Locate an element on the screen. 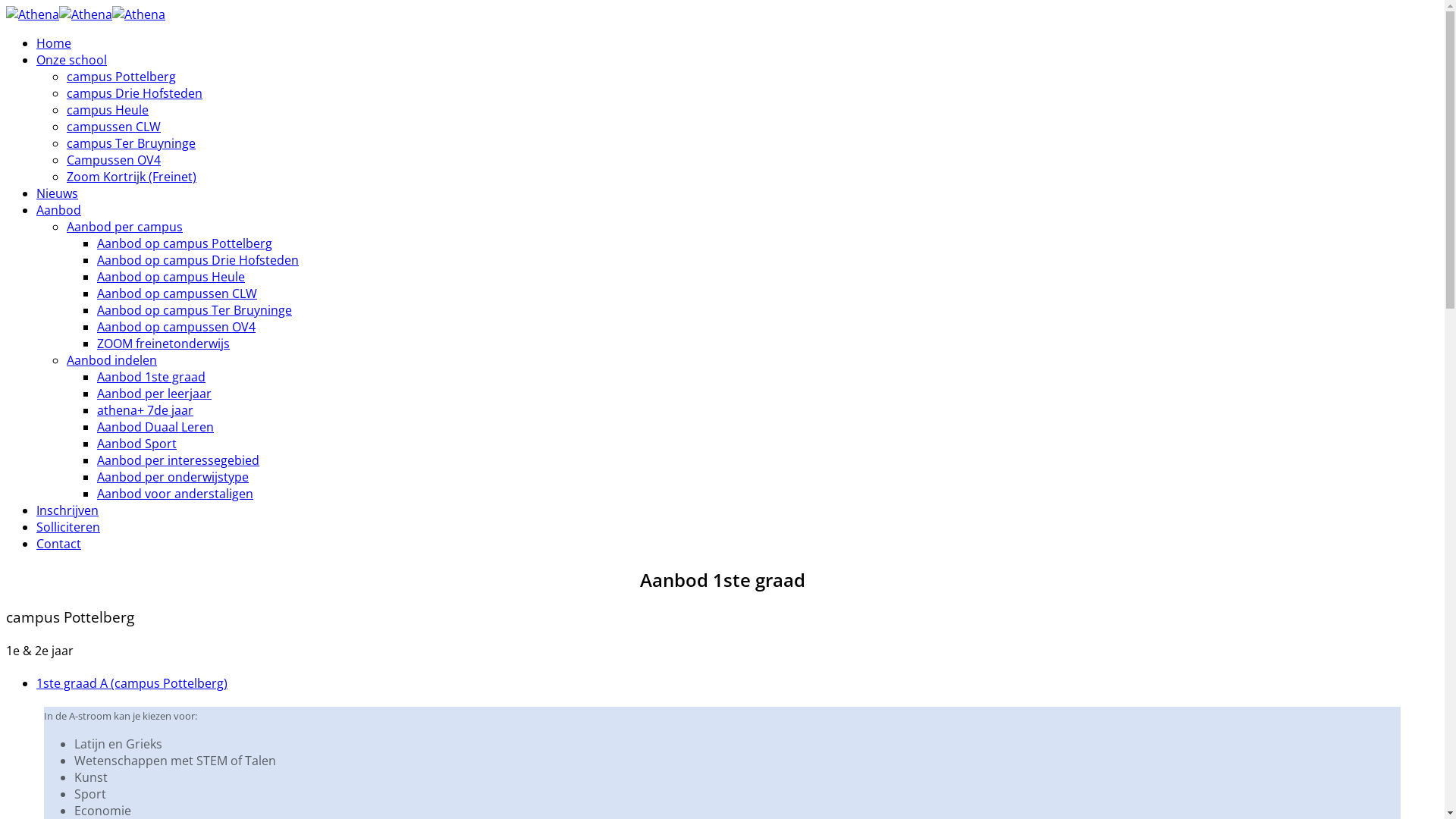 The width and height of the screenshot is (1456, 819). 'Onze school' is located at coordinates (71, 58).